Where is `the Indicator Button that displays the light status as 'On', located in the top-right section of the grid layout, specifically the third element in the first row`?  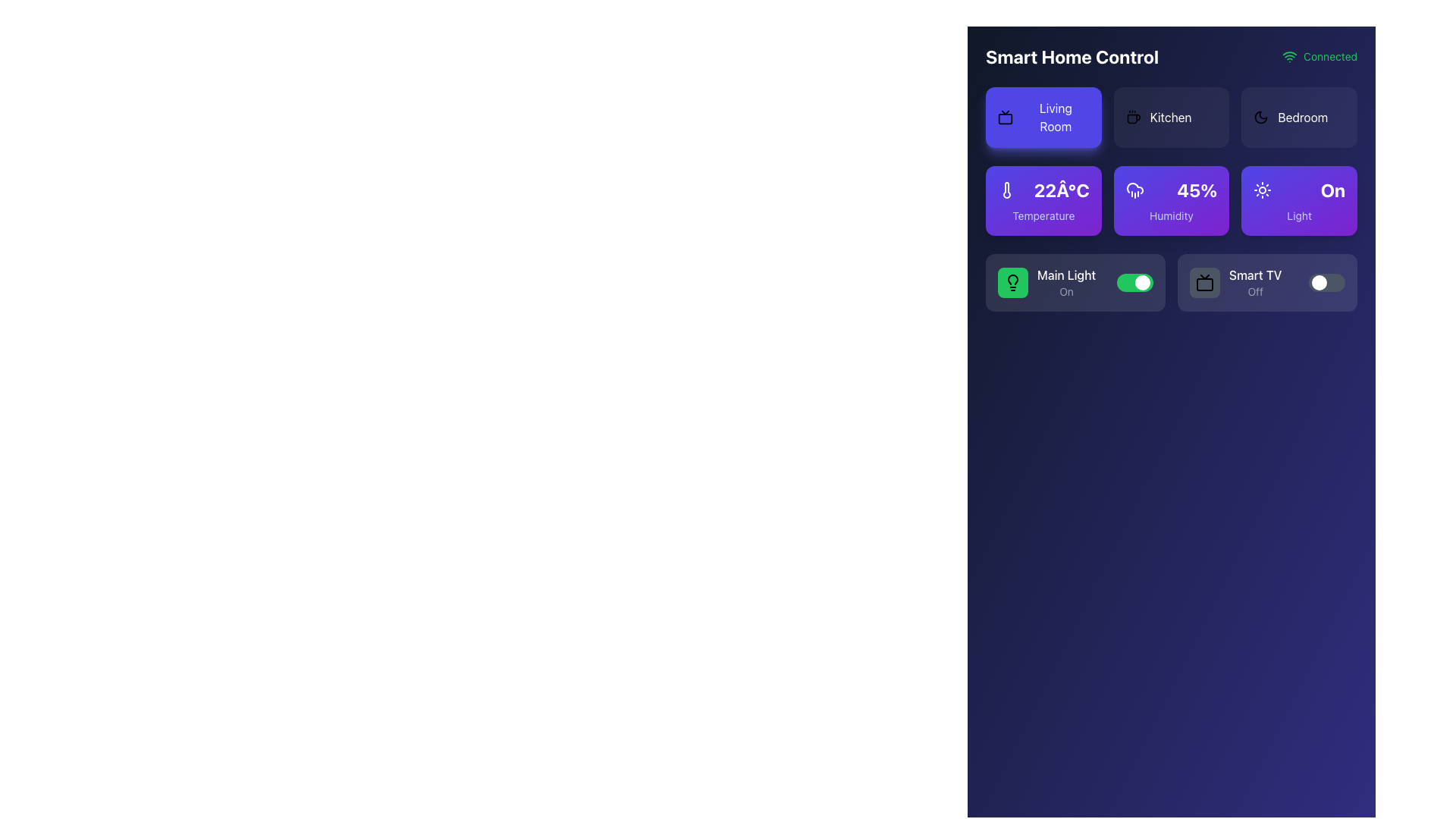
the Indicator Button that displays the light status as 'On', located in the top-right section of the grid layout, specifically the third element in the first row is located at coordinates (1298, 200).